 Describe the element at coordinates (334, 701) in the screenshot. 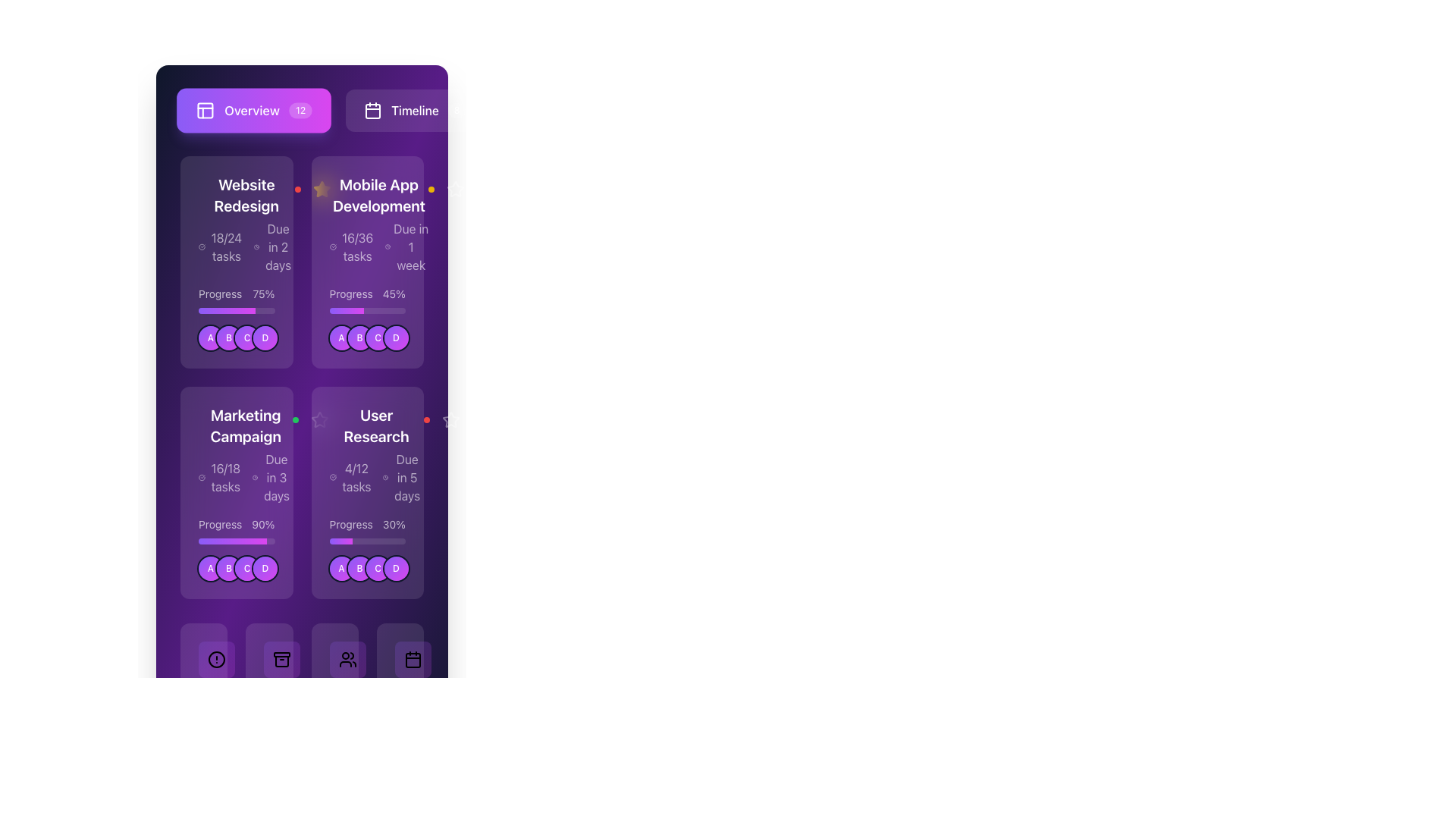

I see `the numerical statistic indicating 'Team Members', which is located in the lower-right quadrant of the application's interface` at that location.